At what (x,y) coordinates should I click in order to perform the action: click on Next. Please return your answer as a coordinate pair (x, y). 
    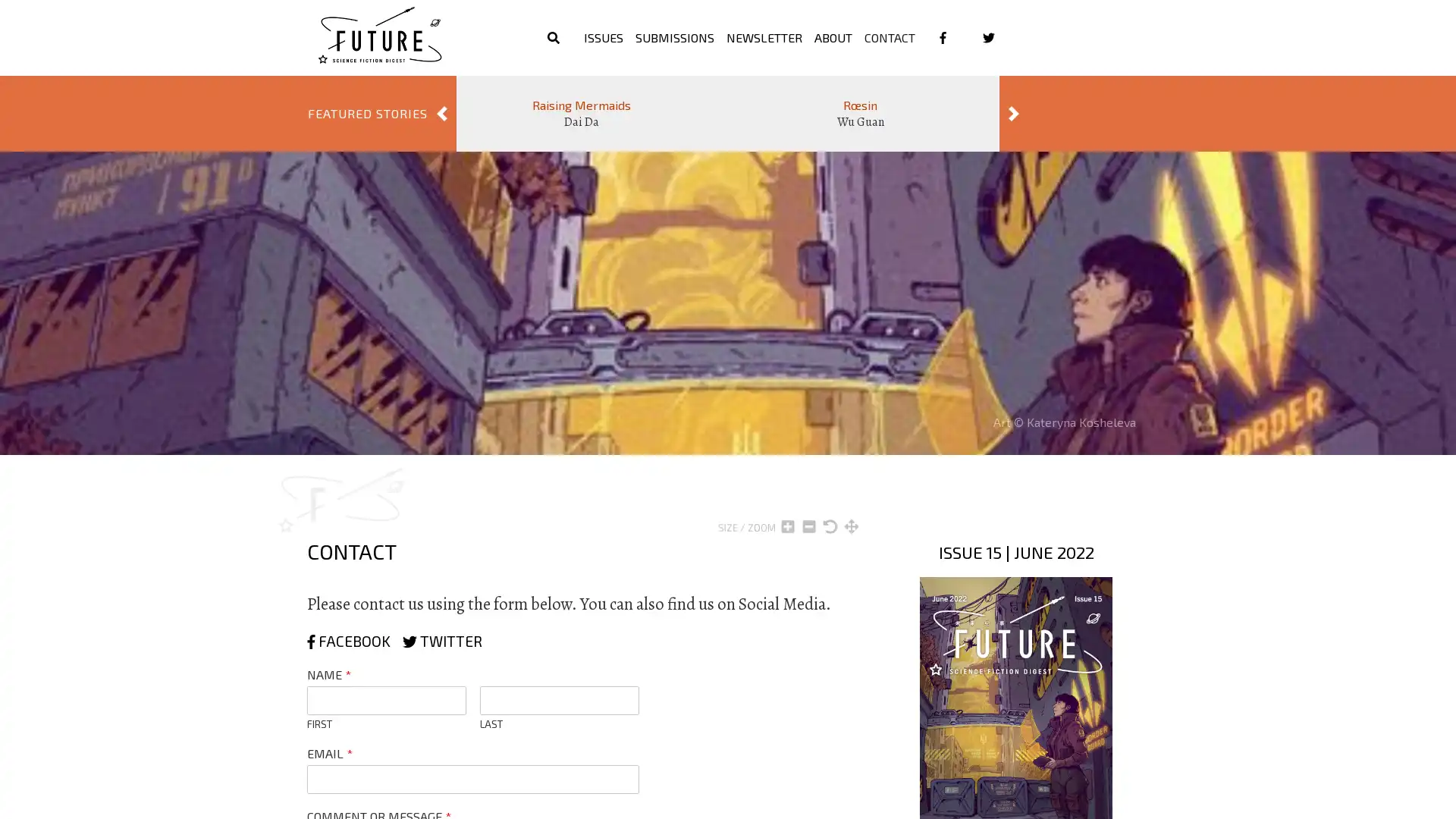
    Looking at the image, I should click on (1014, 113).